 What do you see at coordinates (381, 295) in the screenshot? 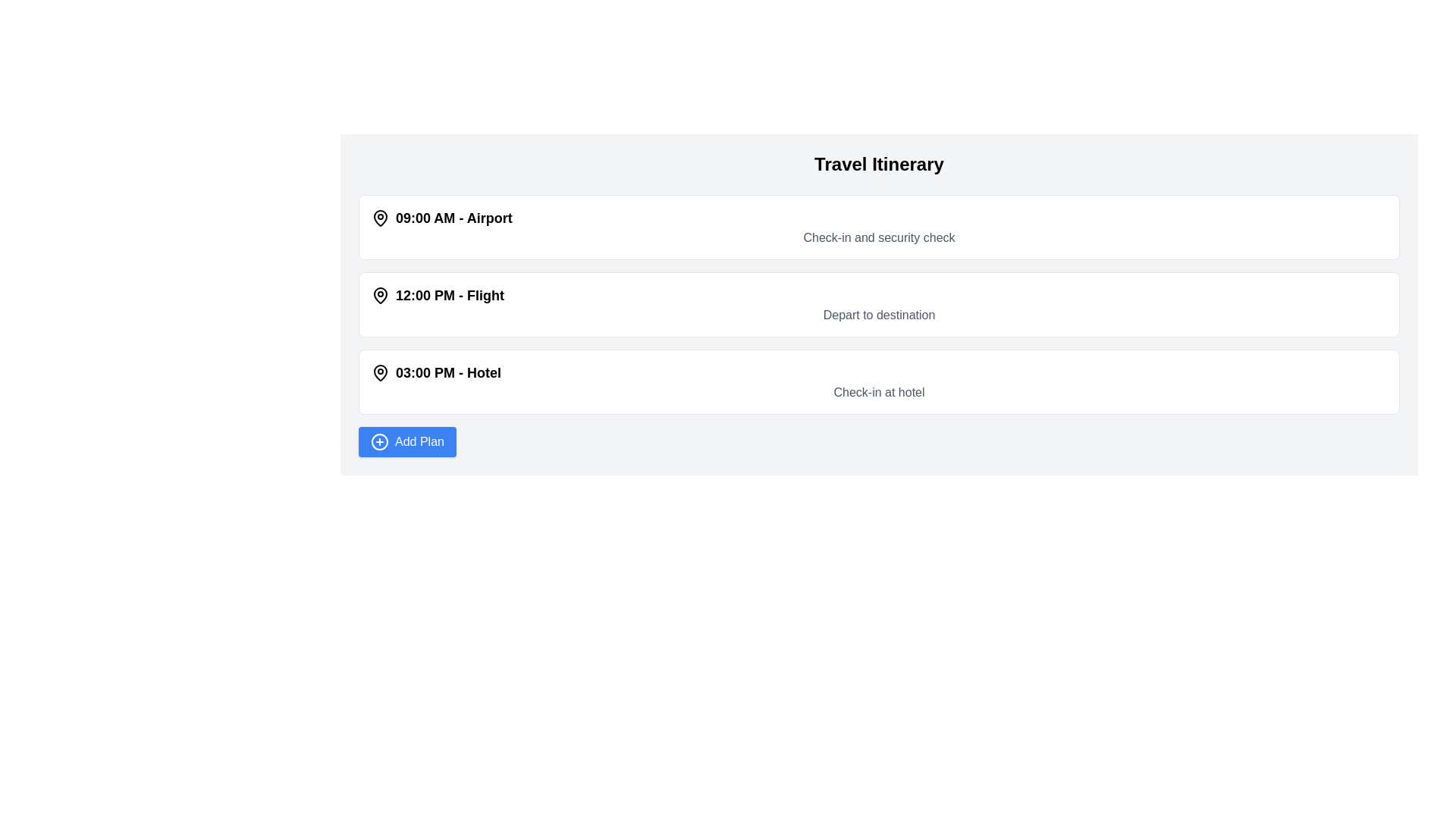
I see `the map pin icon representing the event '12:00 PM - Flight' in the itinerary, located in the second list item of a vertical itinerary view` at bounding box center [381, 295].